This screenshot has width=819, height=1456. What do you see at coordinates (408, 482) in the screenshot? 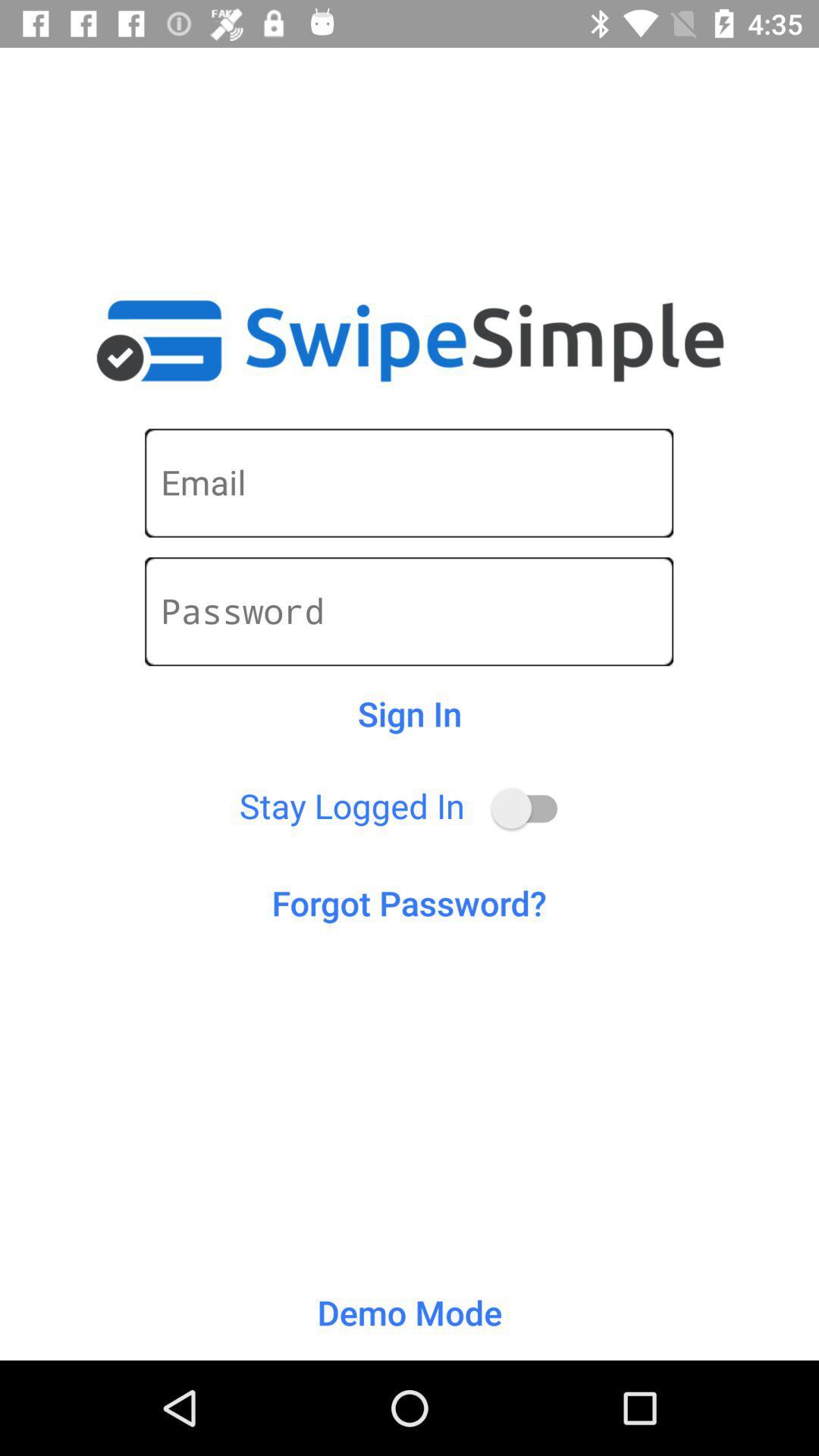
I see `your email to login` at bounding box center [408, 482].